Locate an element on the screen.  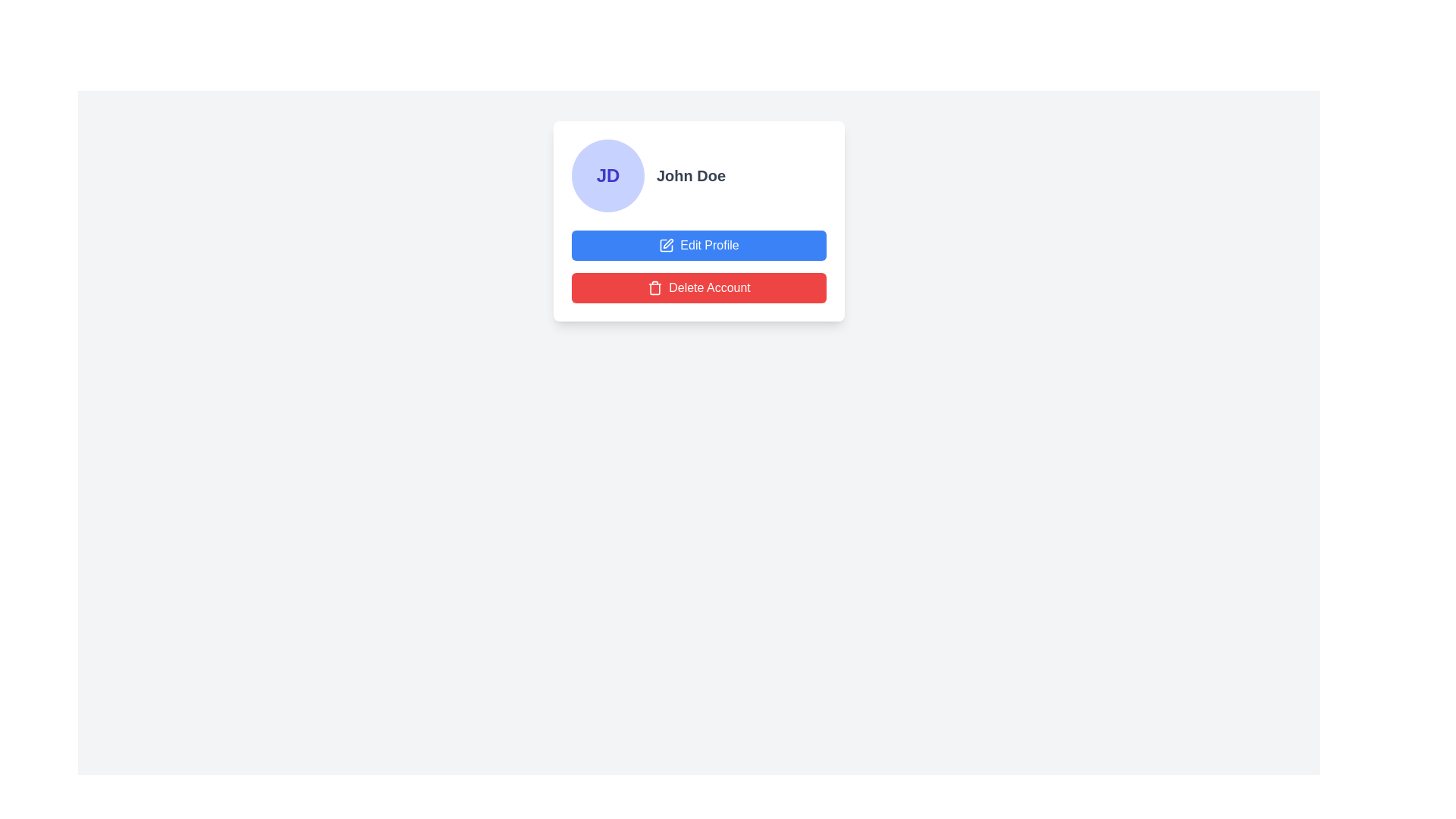
the graphical representation of the delete account icon, which is the leftmost part of the 'Delete Account' button positioned at the bottom of the user profile card is located at coordinates (655, 288).